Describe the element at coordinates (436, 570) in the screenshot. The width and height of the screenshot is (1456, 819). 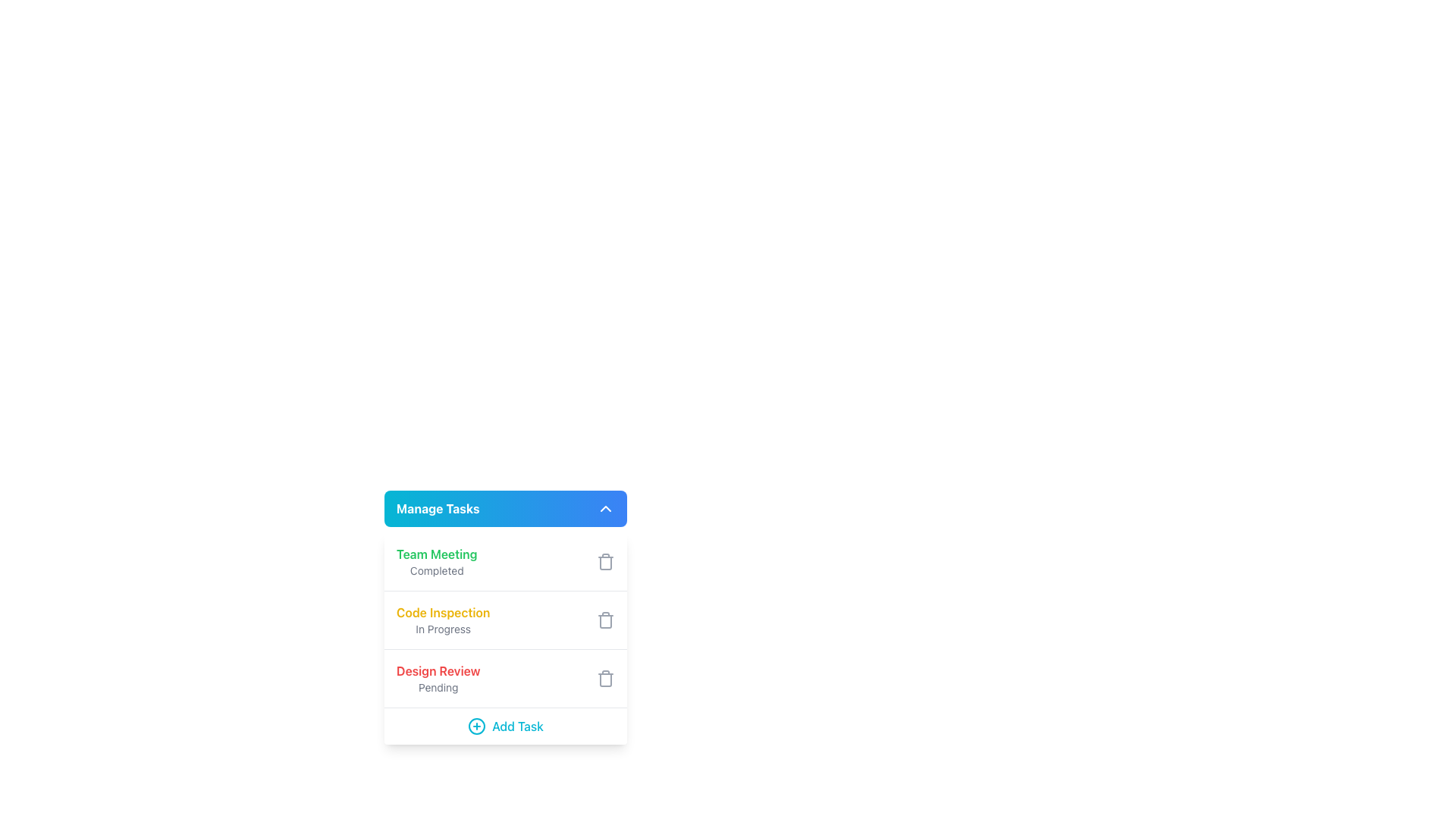
I see `the text label displaying 'Completed' located directly below the bold text 'Team Meeting' in the 'Manage Tasks' section` at that location.